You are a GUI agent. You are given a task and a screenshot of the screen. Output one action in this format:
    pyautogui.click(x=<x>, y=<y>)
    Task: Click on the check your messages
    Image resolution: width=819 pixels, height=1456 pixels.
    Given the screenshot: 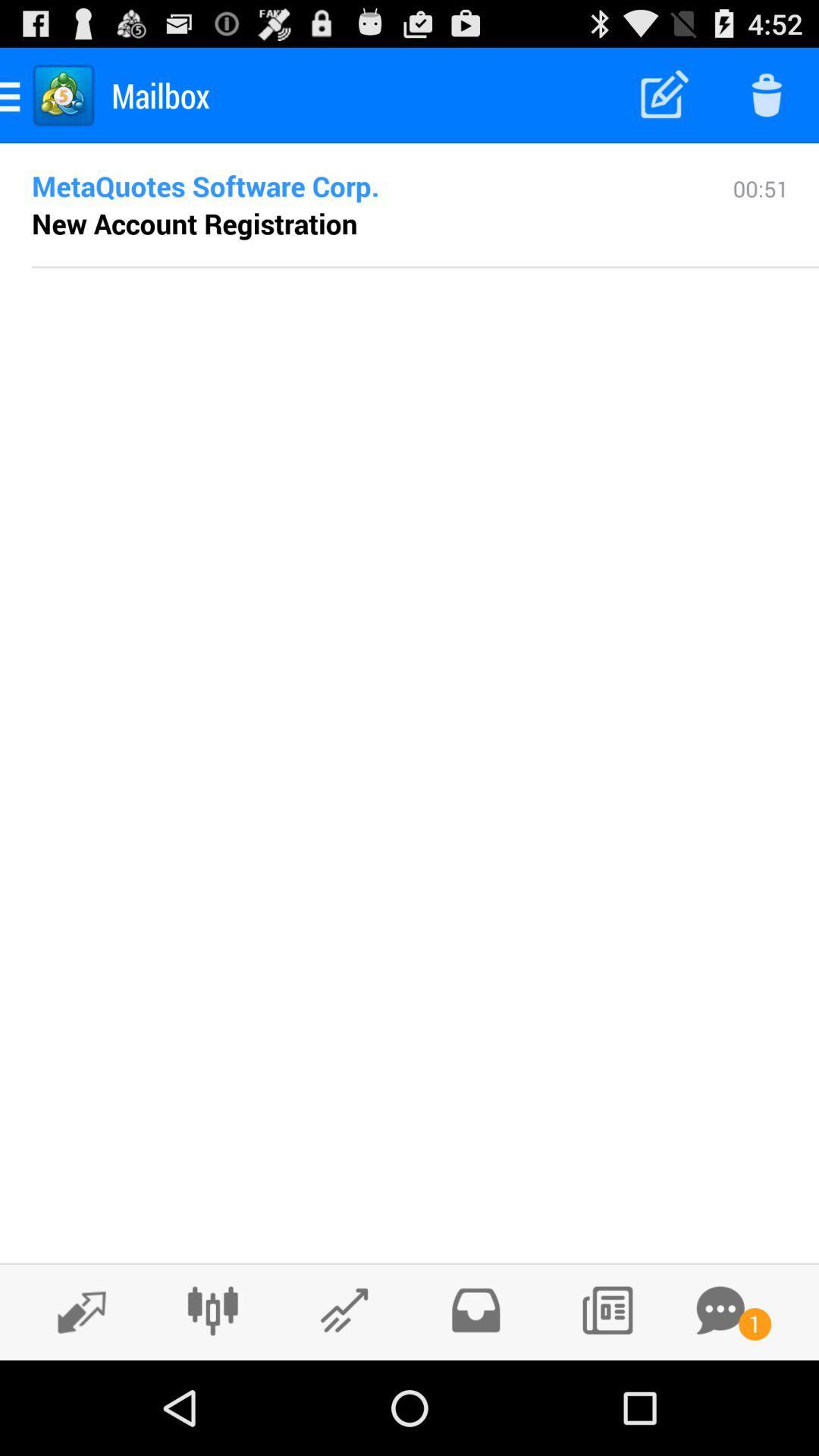 What is the action you would take?
    pyautogui.click(x=720, y=1310)
    